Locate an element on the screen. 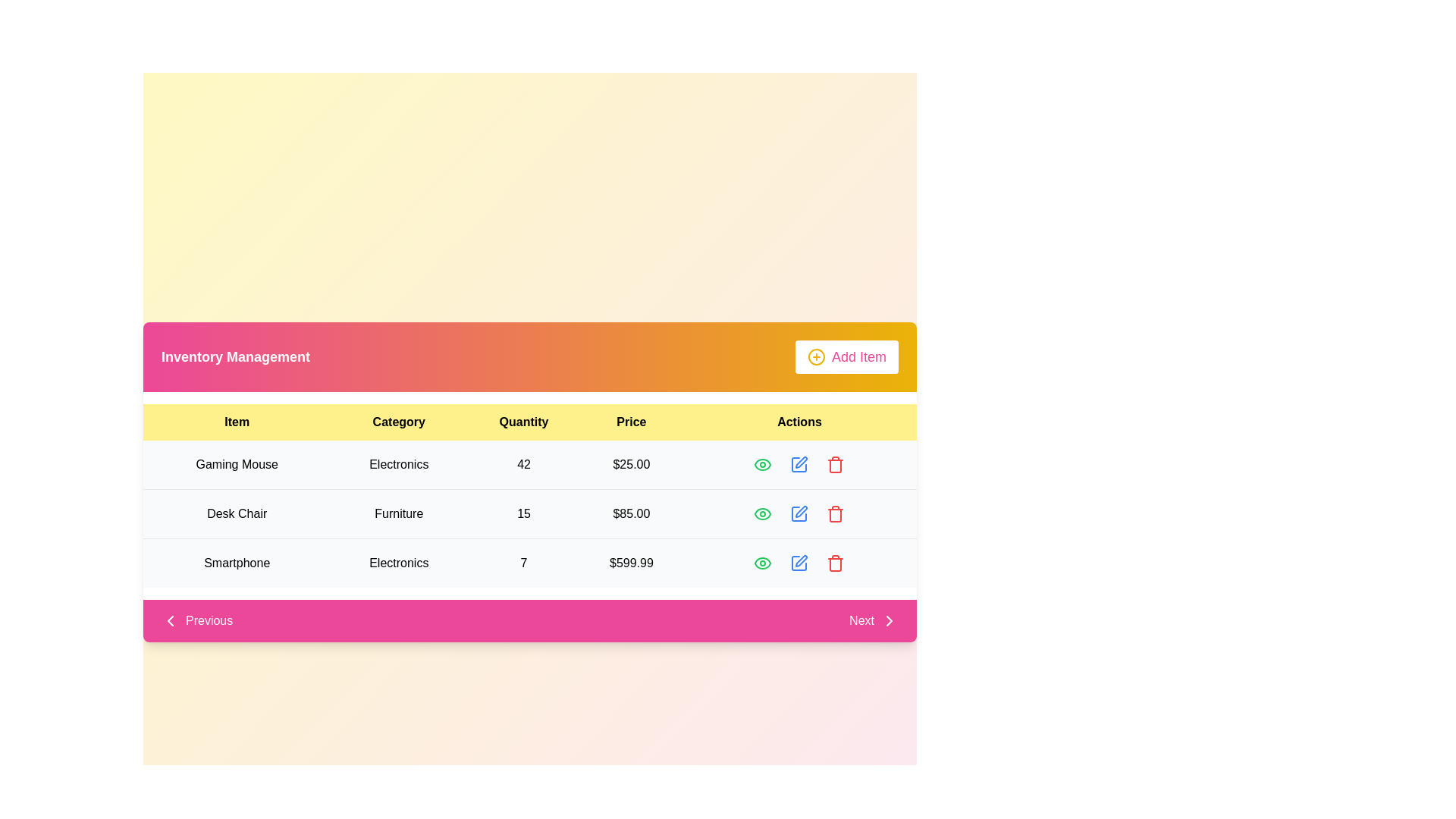 This screenshot has width=1456, height=819. the 'Next' button, which has white text on a pink background and features a right-facing arrow icon, located in the bottom-right corner of the pink footer section is located at coordinates (874, 620).